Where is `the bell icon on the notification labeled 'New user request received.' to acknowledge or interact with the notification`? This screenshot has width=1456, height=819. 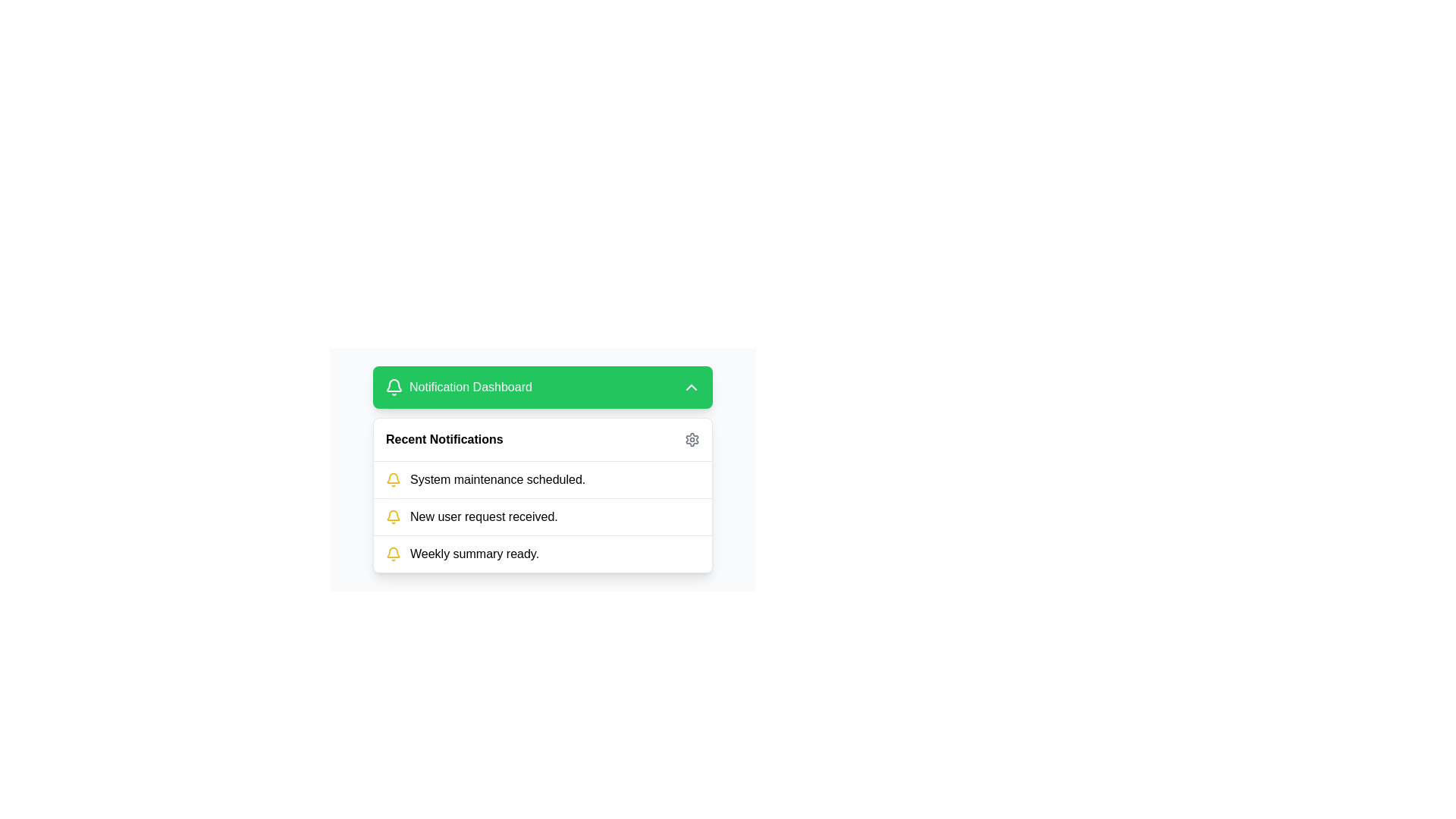
the bell icon on the notification labeled 'New user request received.' to acknowledge or interact with the notification is located at coordinates (542, 516).